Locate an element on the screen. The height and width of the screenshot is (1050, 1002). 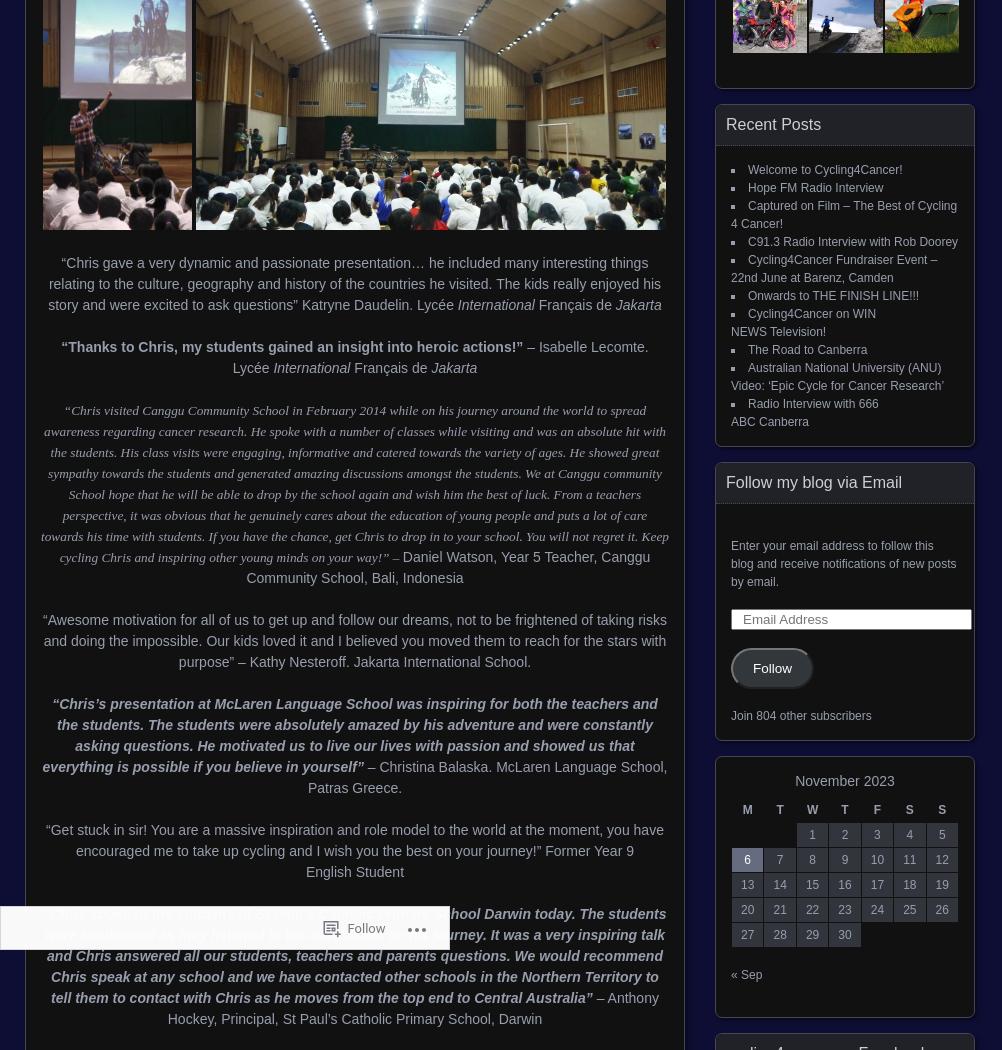
'12' is located at coordinates (940, 859).